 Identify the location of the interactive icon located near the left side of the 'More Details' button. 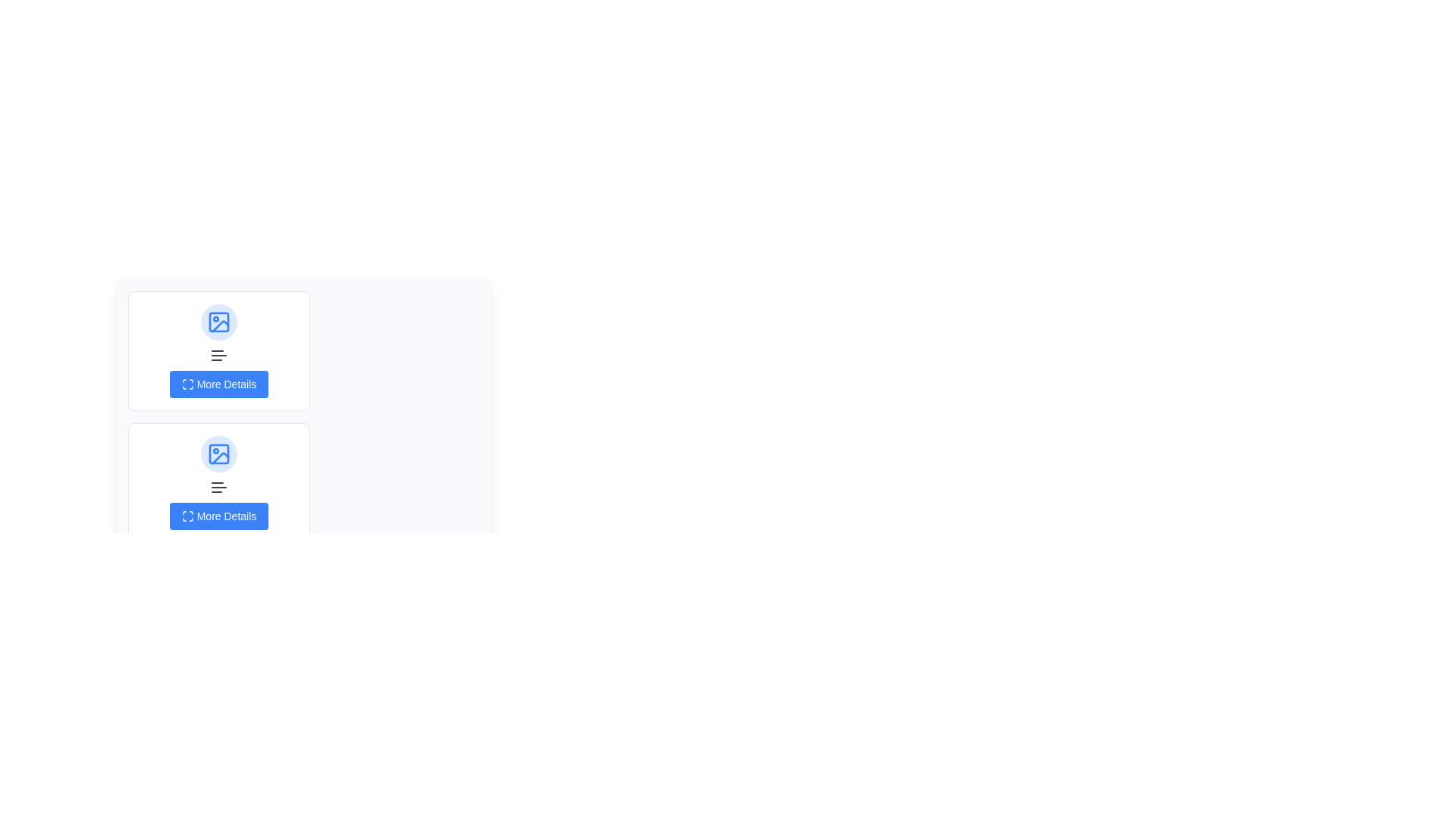
(187, 383).